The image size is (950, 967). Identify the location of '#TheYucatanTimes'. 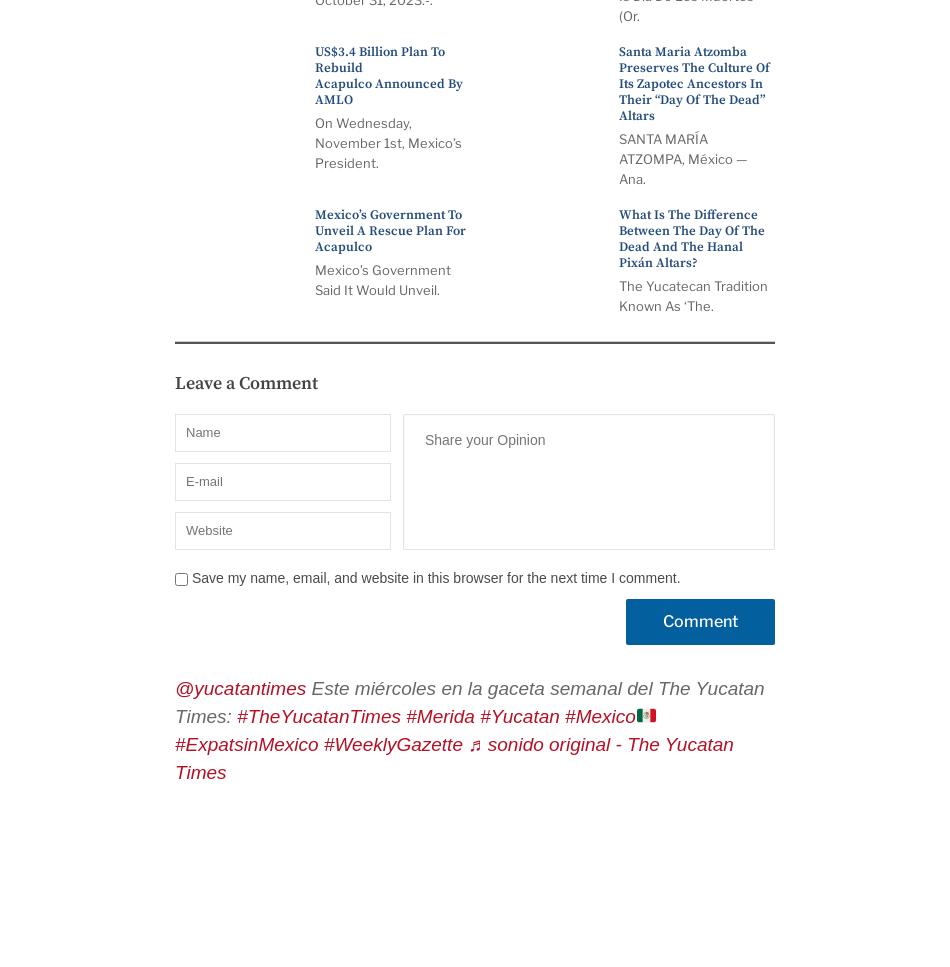
(237, 715).